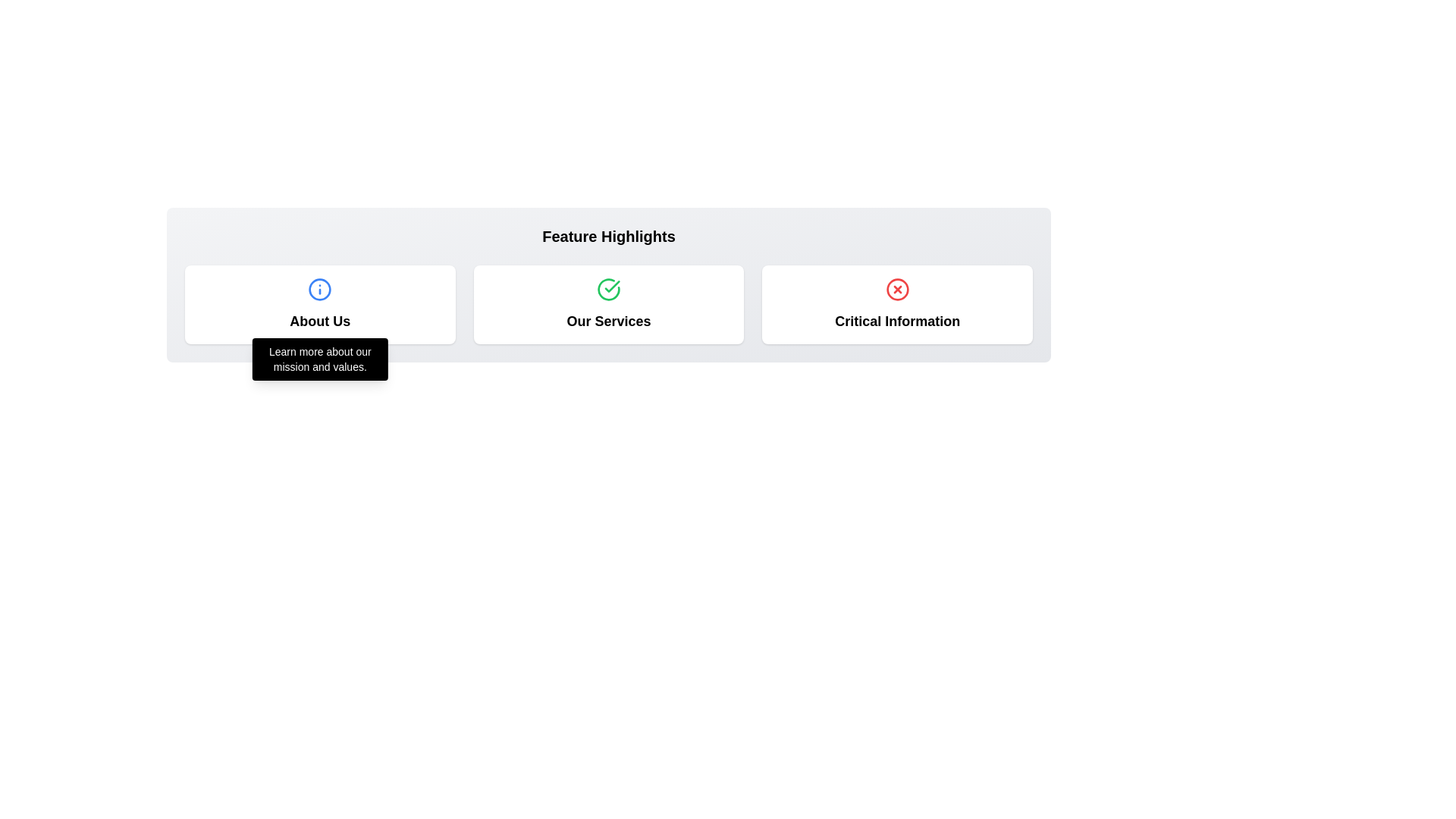  Describe the element at coordinates (319, 289) in the screenshot. I see `the blue information icon with a circular border, located in the 'About Us' section under 'Feature Highlights'` at that location.